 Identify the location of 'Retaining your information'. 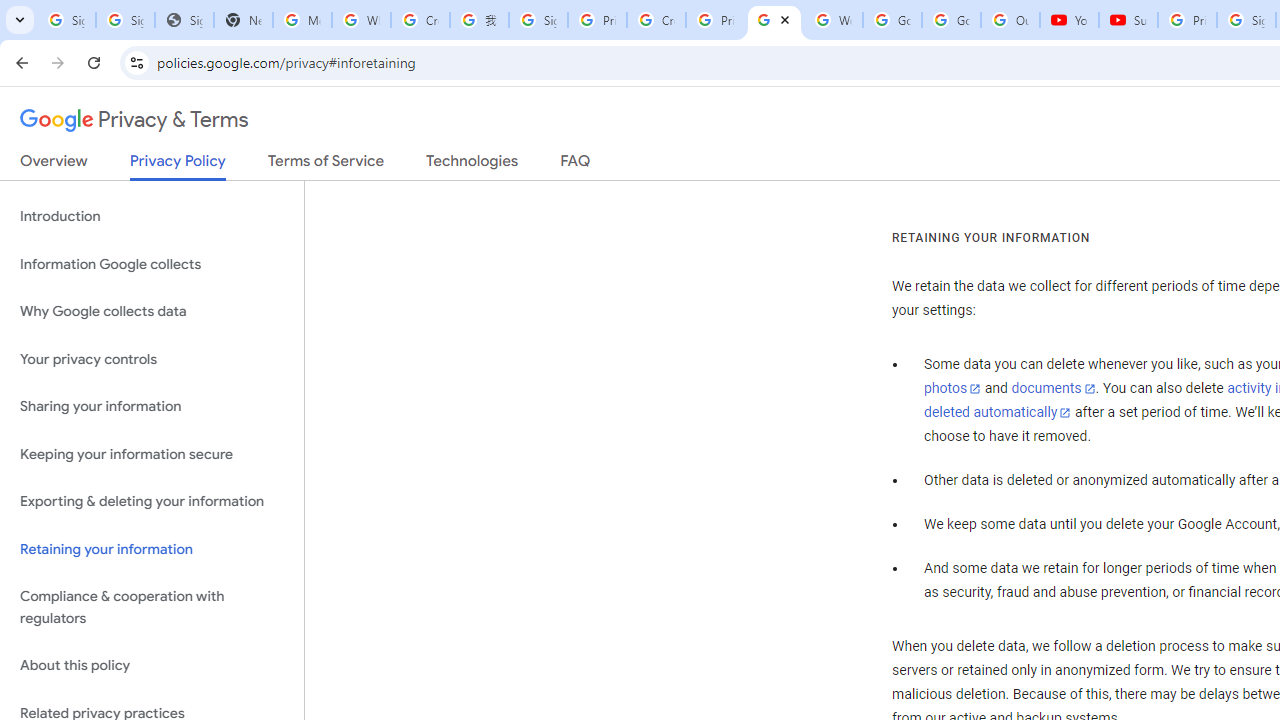
(151, 549).